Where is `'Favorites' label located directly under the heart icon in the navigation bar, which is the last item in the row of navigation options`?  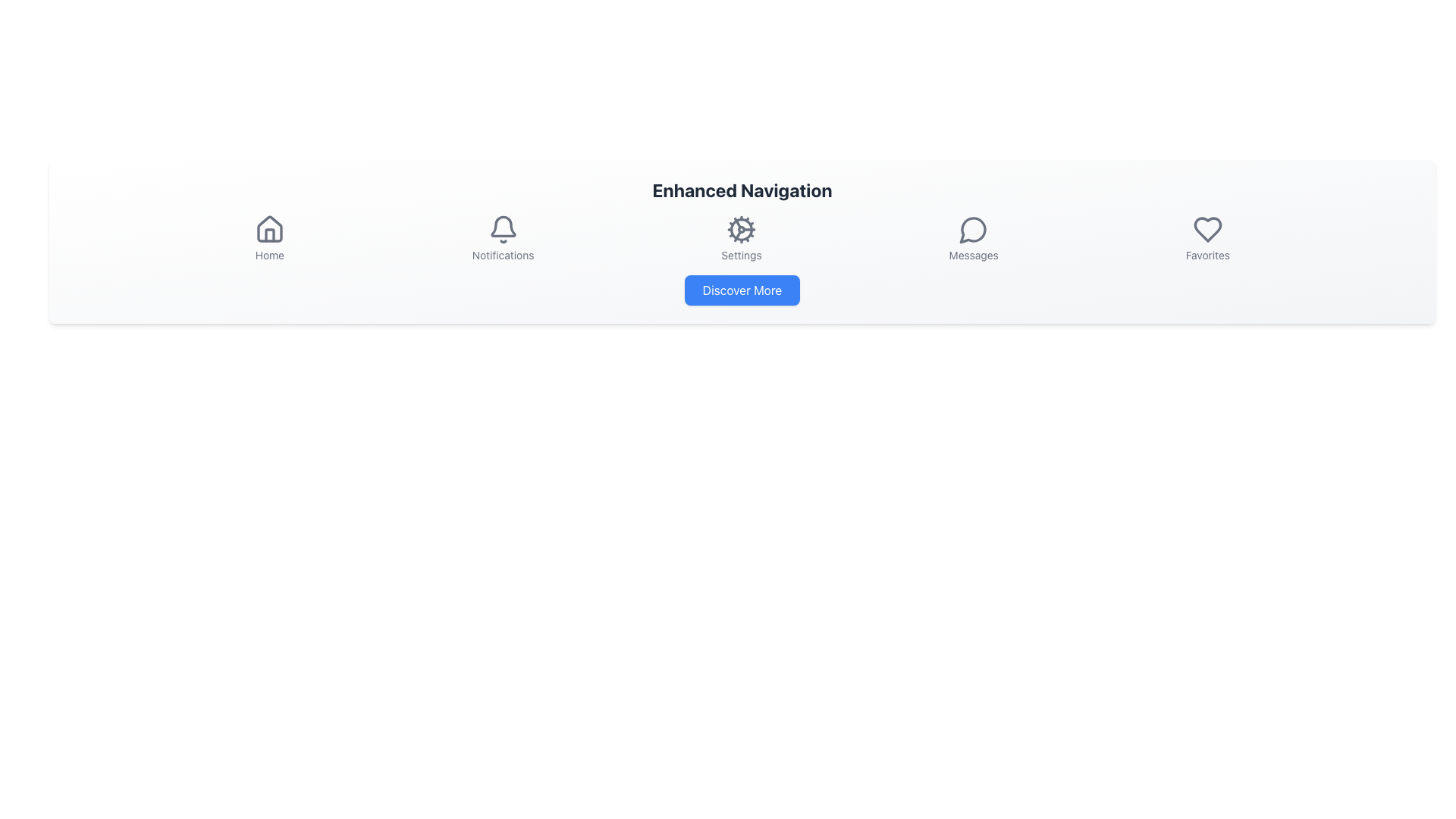 'Favorites' label located directly under the heart icon in the navigation bar, which is the last item in the row of navigation options is located at coordinates (1207, 254).